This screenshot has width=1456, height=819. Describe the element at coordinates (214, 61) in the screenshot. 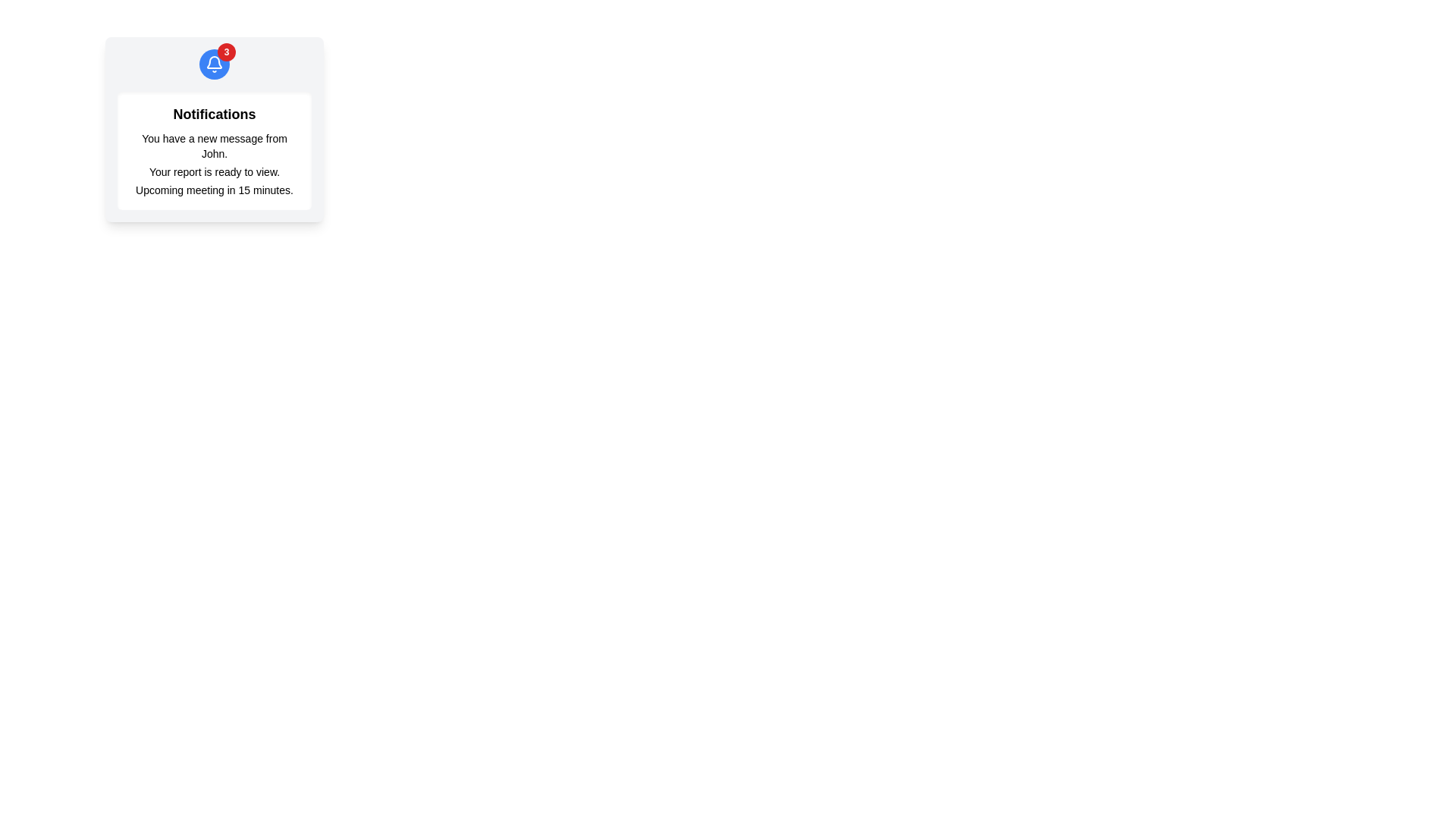

I see `the bell icon located centrally in the notification area` at that location.